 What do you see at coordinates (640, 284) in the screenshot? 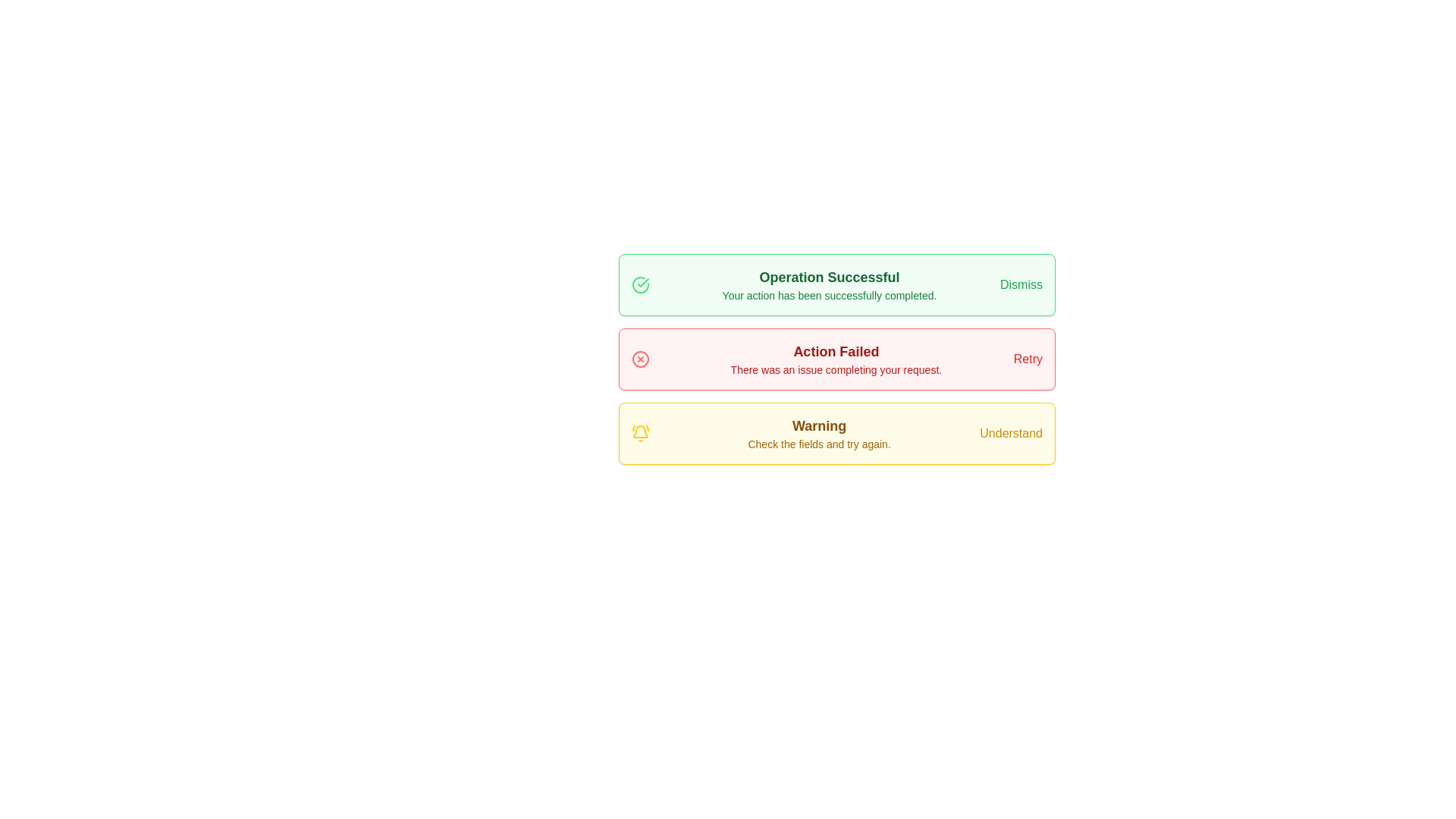
I see `the outer circular arc of the checkmark icon, which has a green stroke and is located to the left of the 'Operation Successful' message in the green notification bar` at bounding box center [640, 284].